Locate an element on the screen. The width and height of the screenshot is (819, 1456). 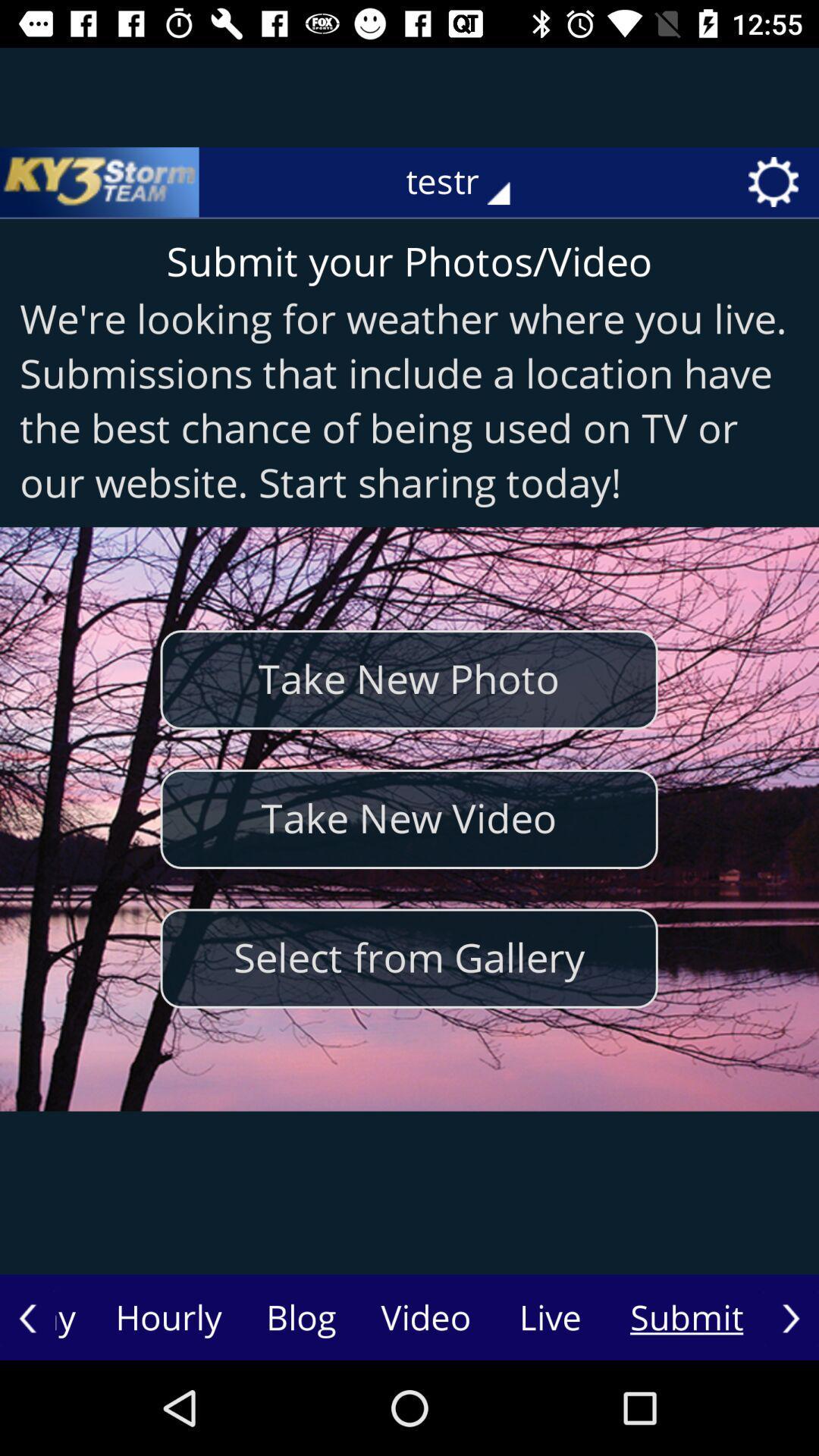
submit at right corner of the bottom page is located at coordinates (687, 1317).